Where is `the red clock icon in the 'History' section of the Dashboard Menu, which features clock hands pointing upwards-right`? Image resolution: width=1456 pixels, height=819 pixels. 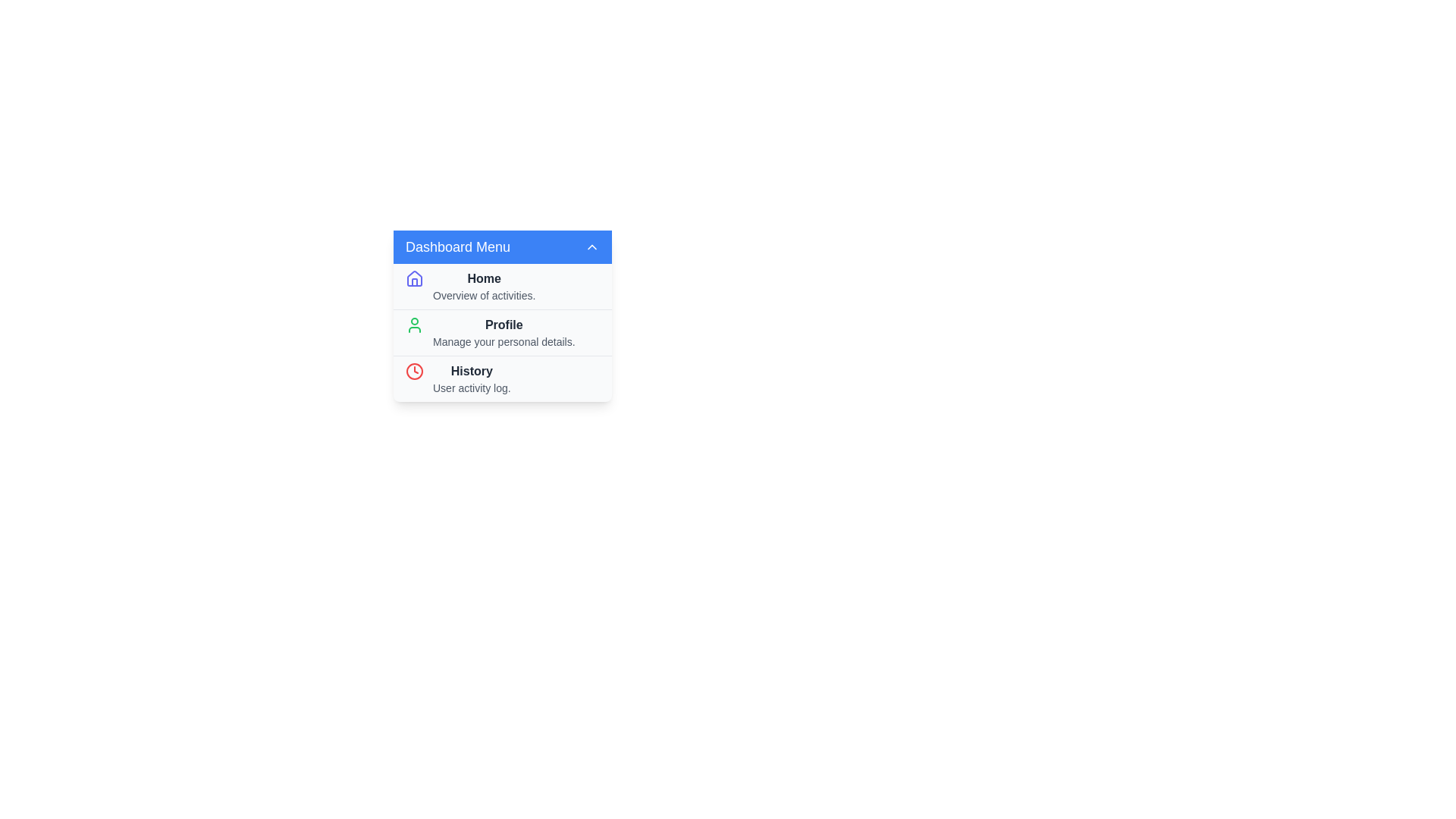
the red clock icon in the 'History' section of the Dashboard Menu, which features clock hands pointing upwards-right is located at coordinates (415, 371).